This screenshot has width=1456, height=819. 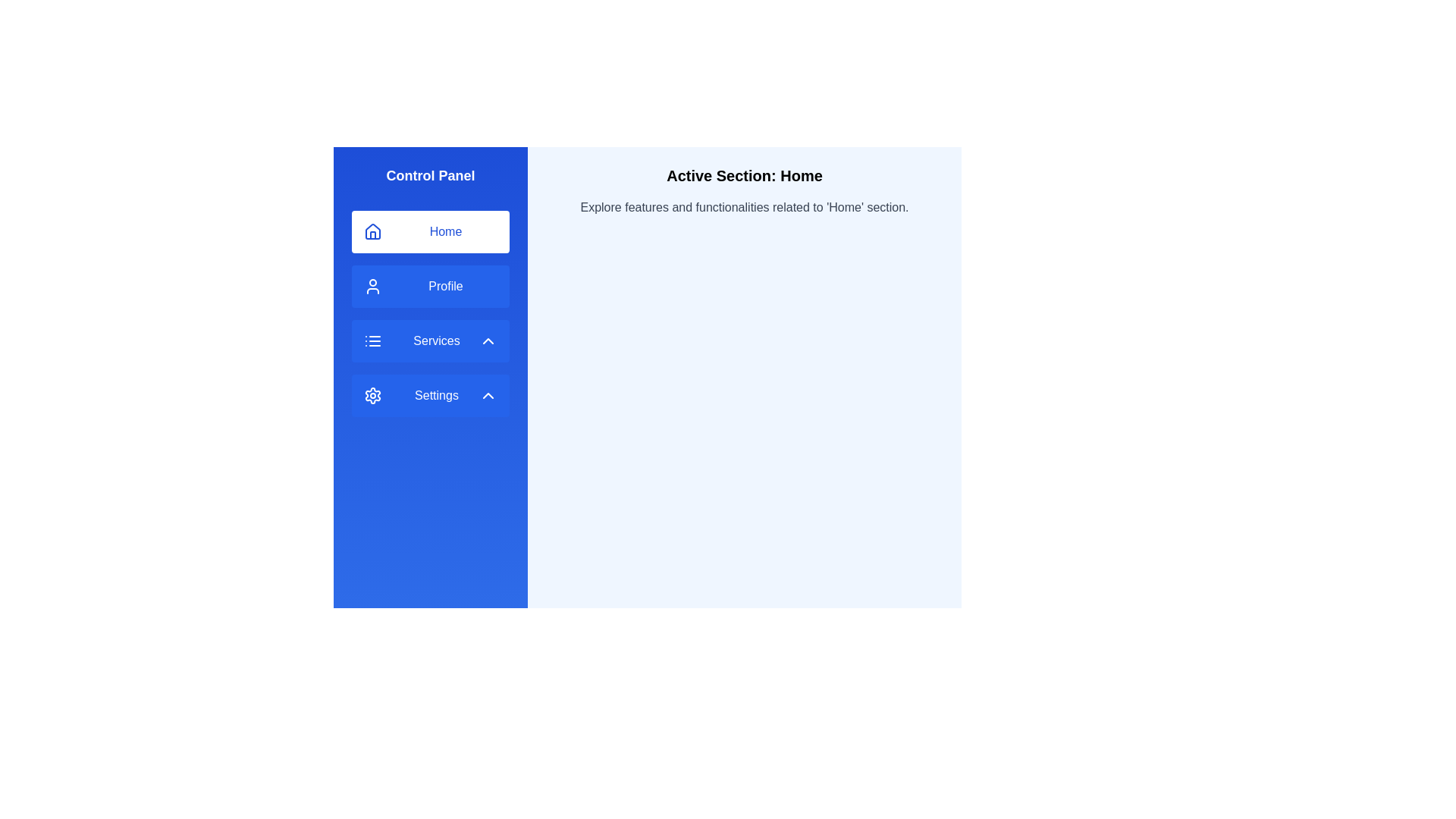 What do you see at coordinates (488, 341) in the screenshot?
I see `the upward-pointing chevron icon located at the right end of the 'Services' button in the left-side control menu` at bounding box center [488, 341].